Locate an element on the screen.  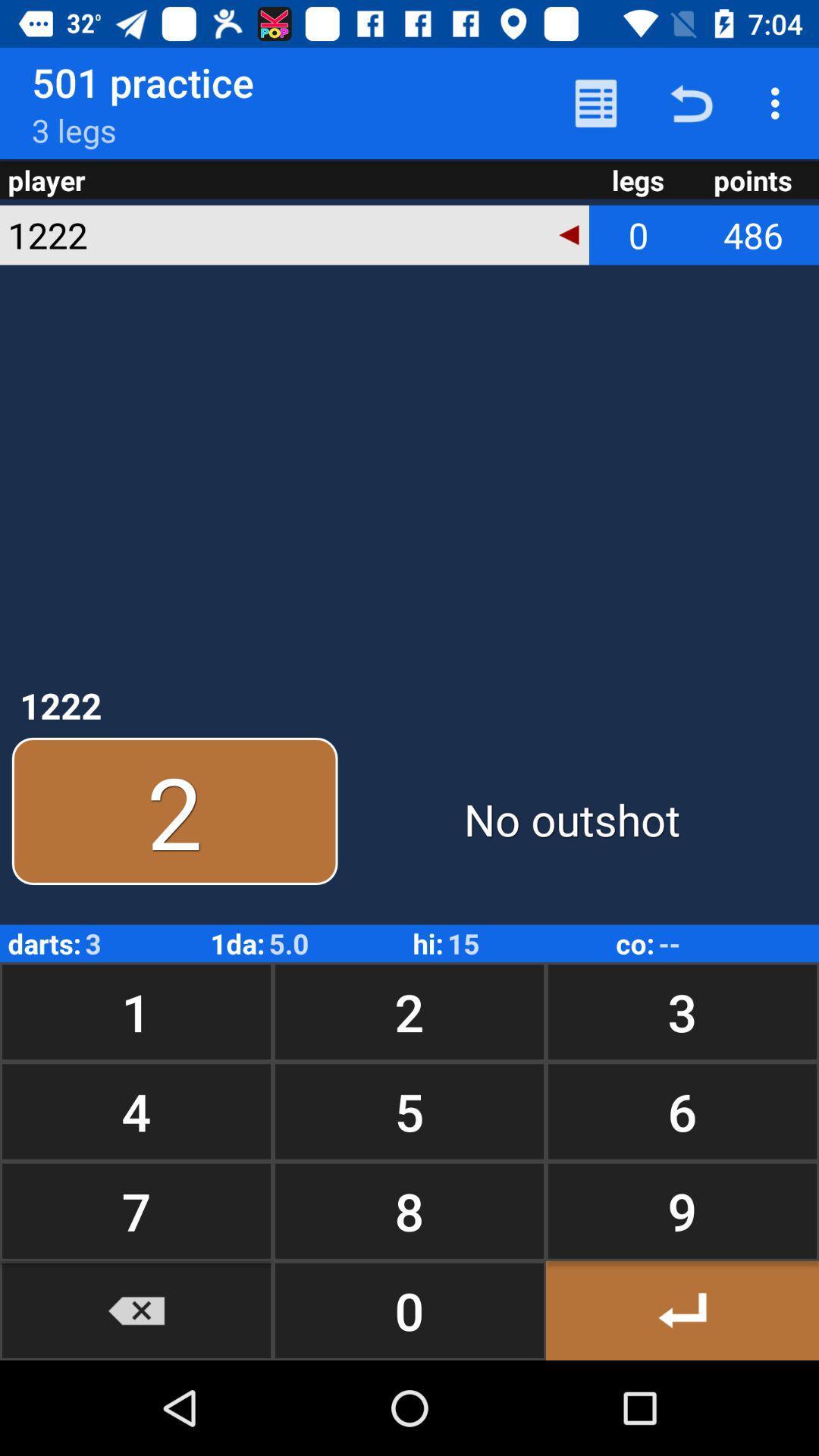
the button next to 8 is located at coordinates (136, 1310).